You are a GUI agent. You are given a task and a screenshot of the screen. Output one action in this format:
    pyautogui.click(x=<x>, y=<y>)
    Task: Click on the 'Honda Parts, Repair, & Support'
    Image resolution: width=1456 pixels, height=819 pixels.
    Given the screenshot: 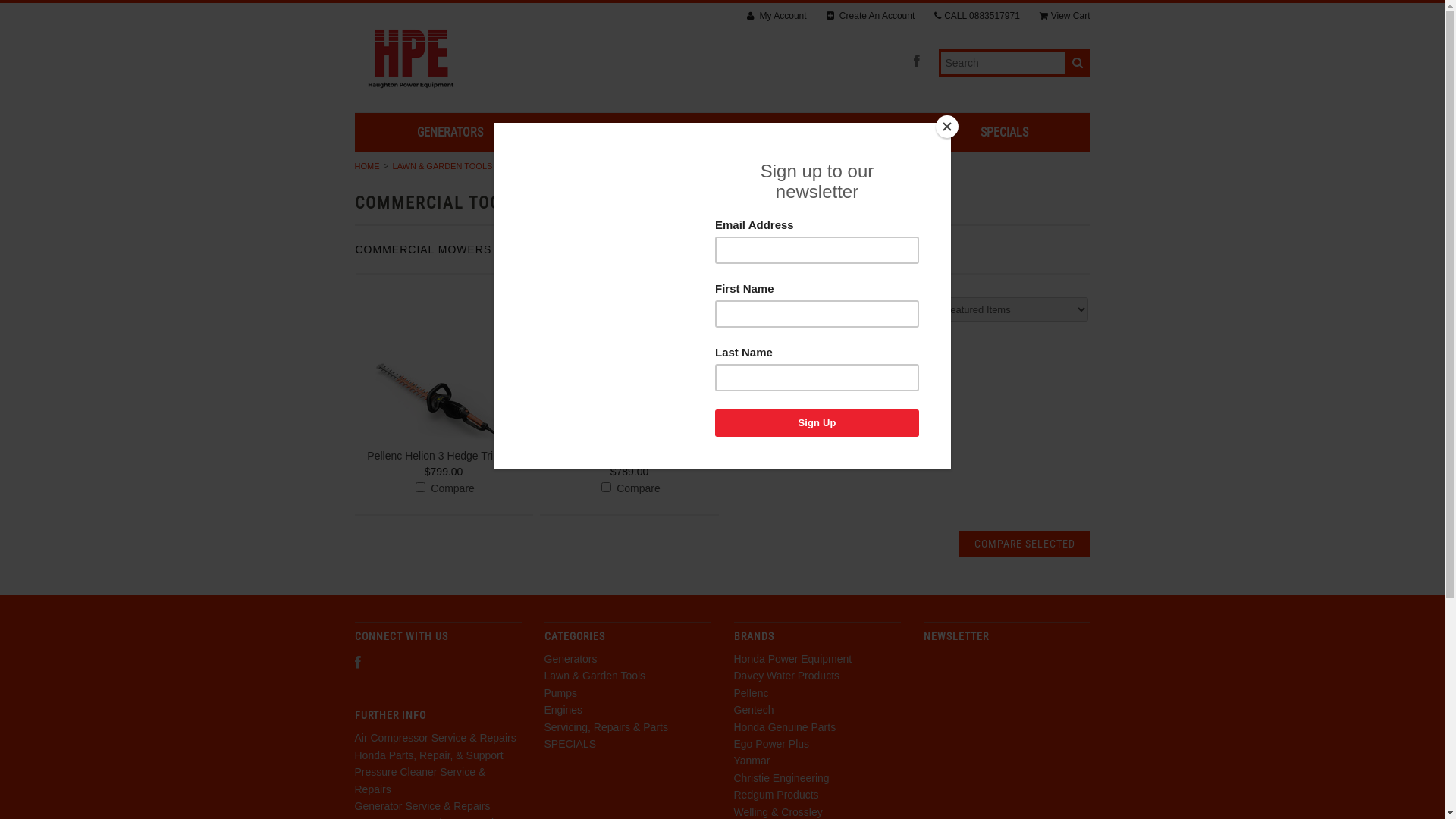 What is the action you would take?
    pyautogui.click(x=428, y=755)
    